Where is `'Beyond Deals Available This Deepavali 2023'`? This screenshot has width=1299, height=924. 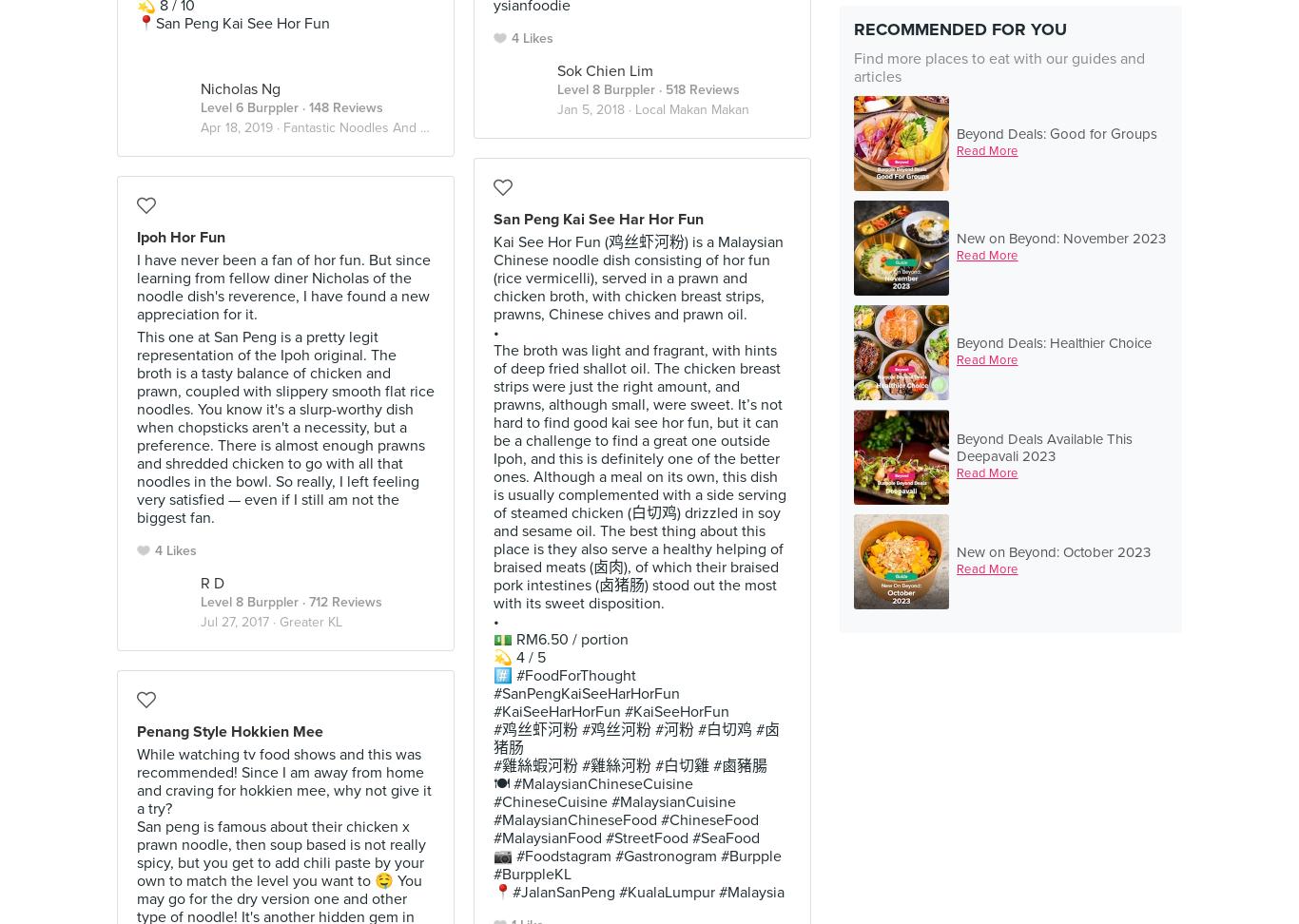 'Beyond Deals Available This Deepavali 2023' is located at coordinates (1043, 447).